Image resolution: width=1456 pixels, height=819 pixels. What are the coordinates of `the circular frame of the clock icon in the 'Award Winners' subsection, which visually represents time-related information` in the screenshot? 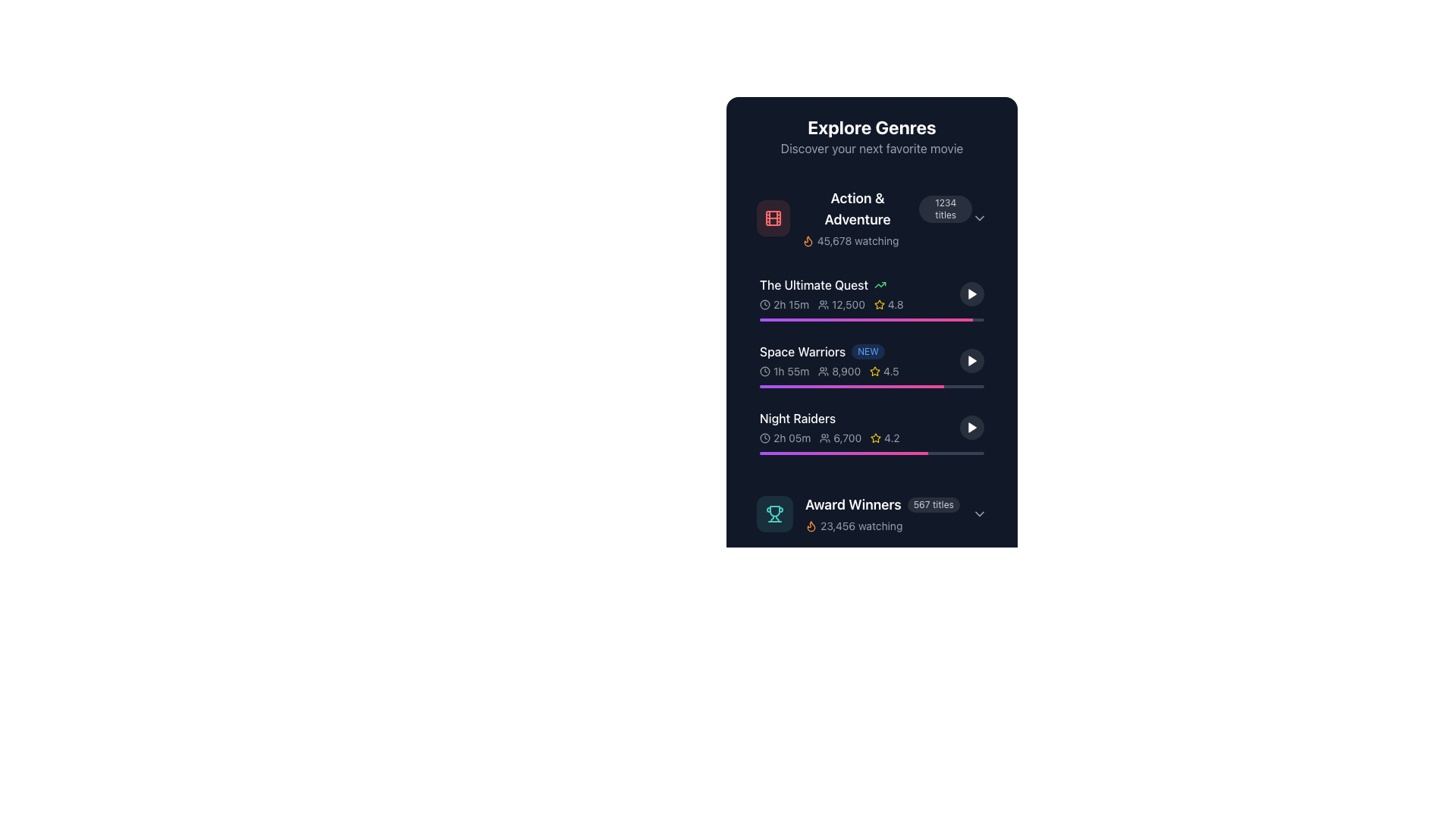 It's located at (764, 371).